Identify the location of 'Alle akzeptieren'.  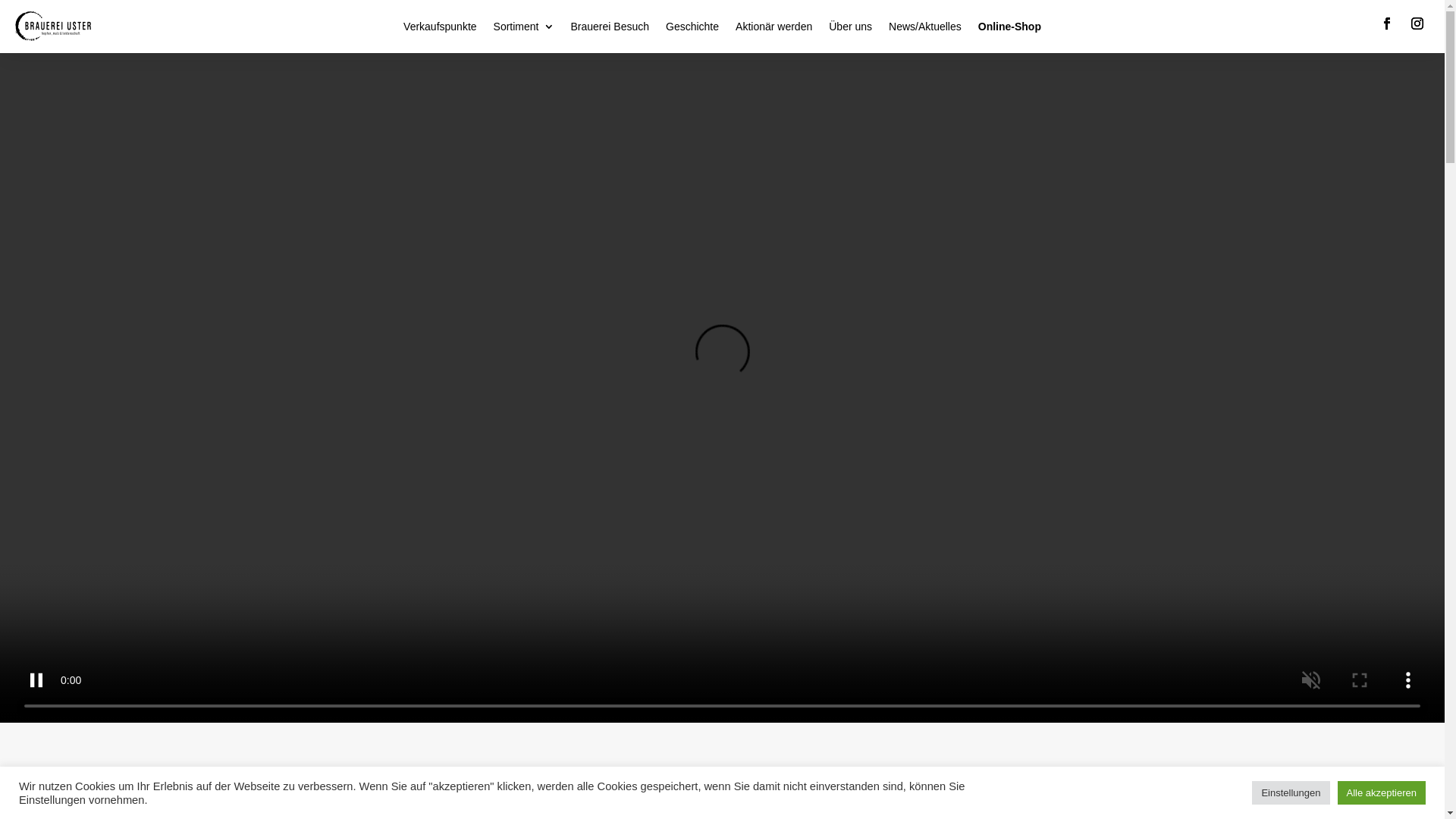
(1337, 792).